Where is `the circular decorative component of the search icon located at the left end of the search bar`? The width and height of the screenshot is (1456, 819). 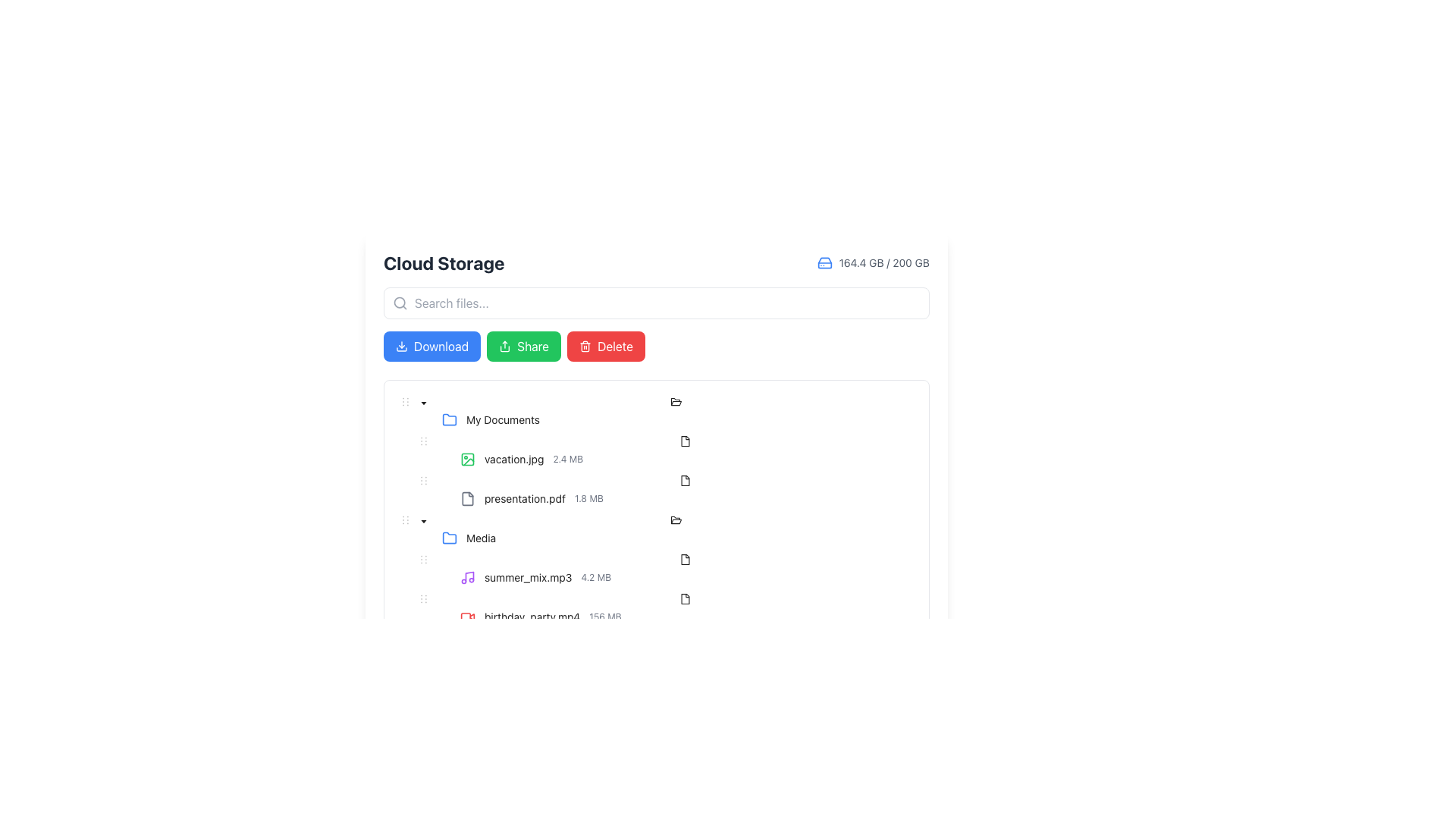 the circular decorative component of the search icon located at the left end of the search bar is located at coordinates (400, 303).